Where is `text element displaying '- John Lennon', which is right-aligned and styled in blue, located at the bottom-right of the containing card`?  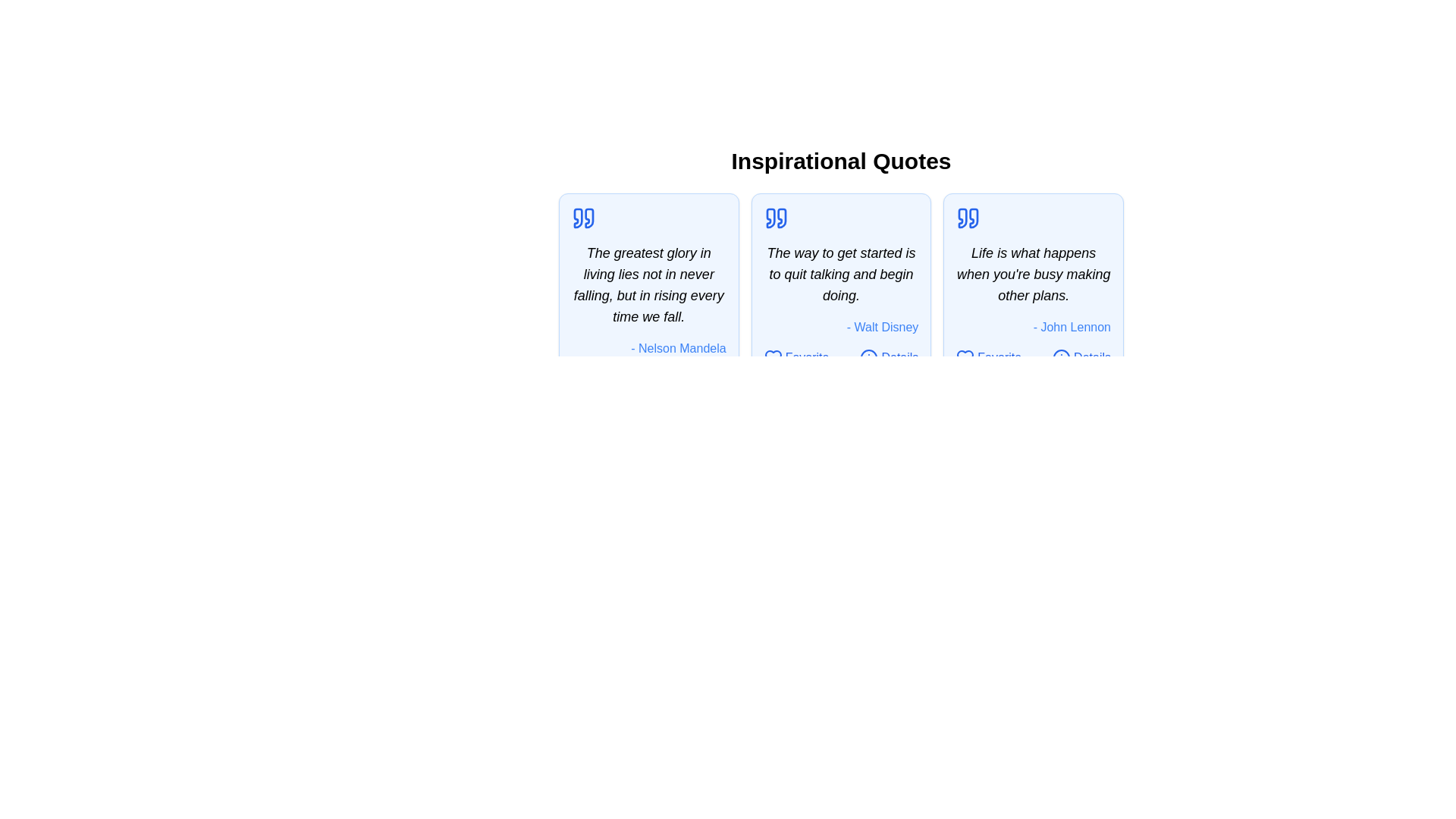
text element displaying '- John Lennon', which is right-aligned and styled in blue, located at the bottom-right of the containing card is located at coordinates (1033, 327).